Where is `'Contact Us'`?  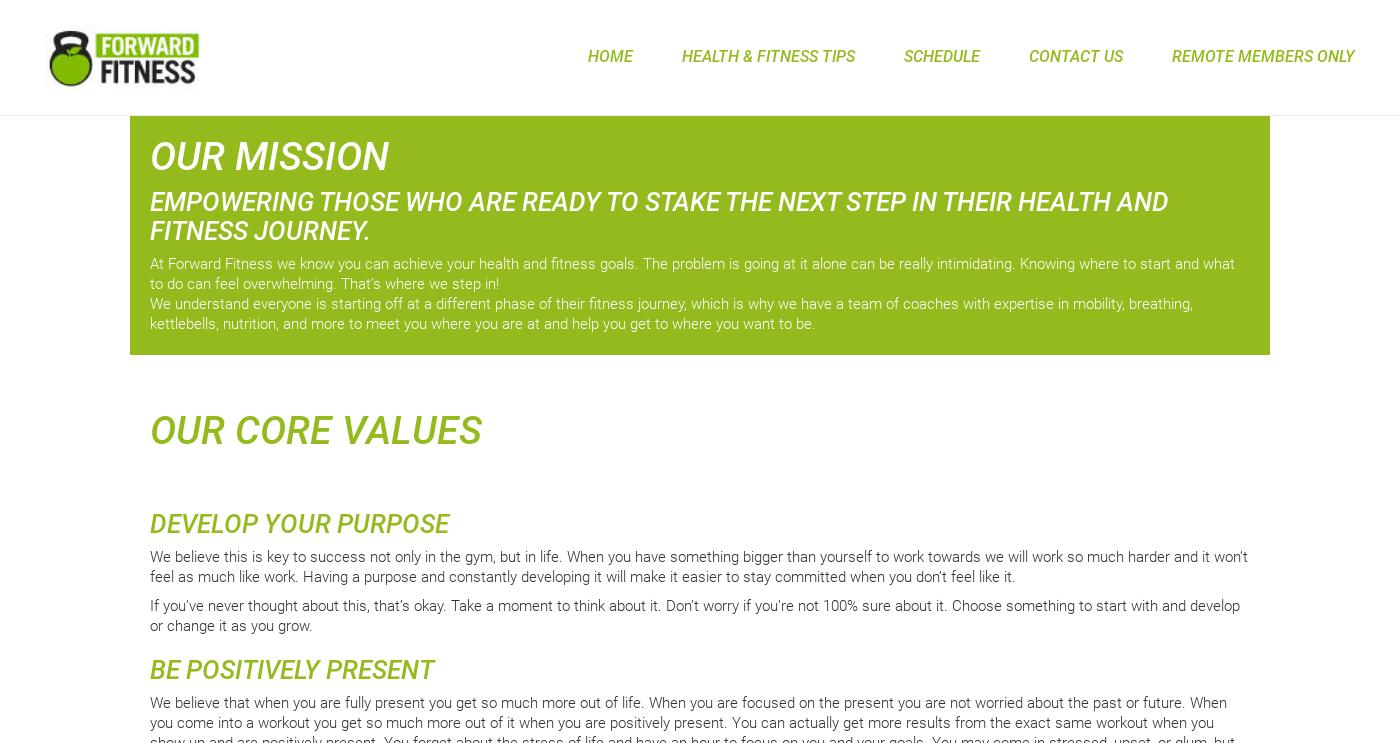
'Contact Us' is located at coordinates (1029, 55).